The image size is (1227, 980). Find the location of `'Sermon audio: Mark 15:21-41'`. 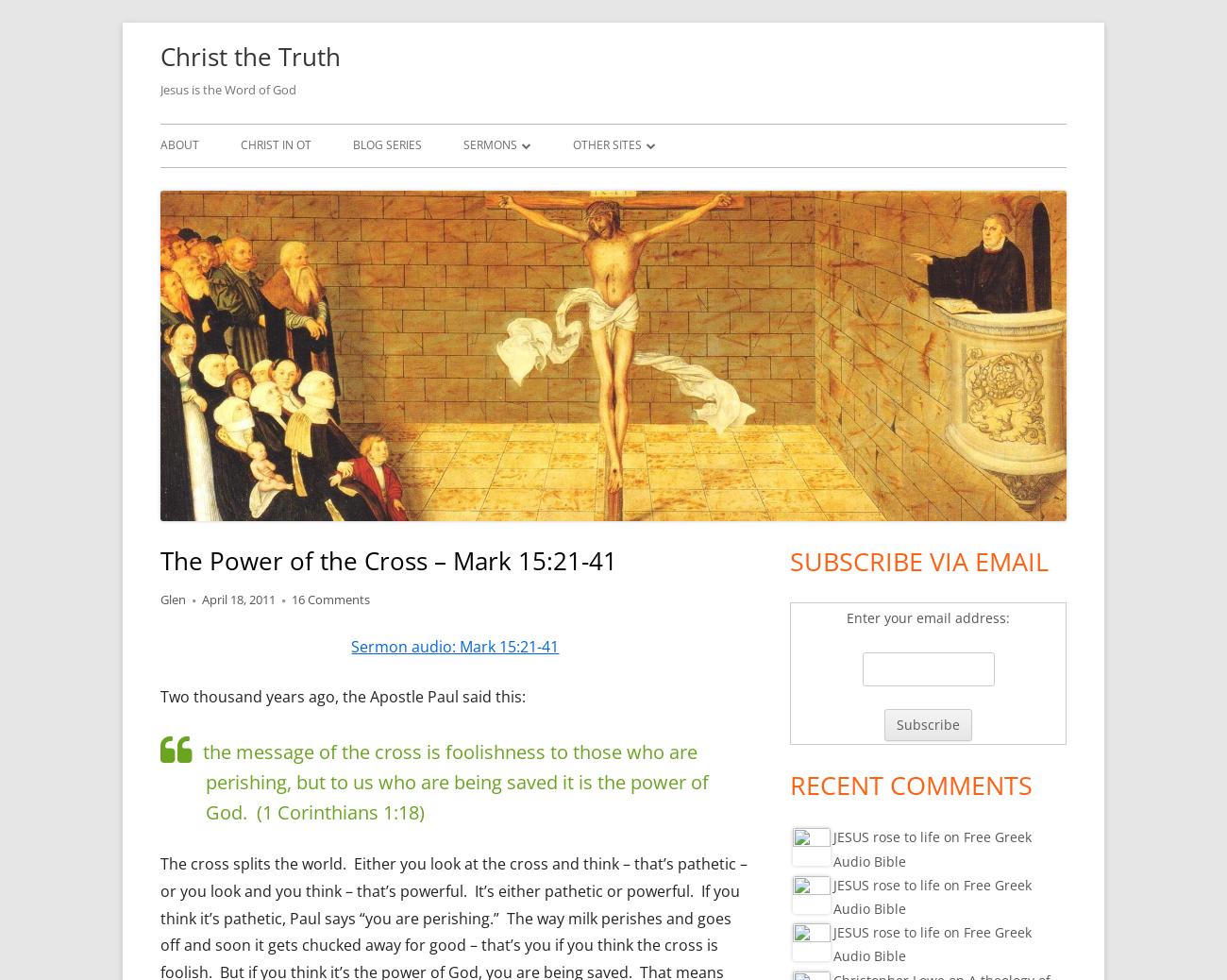

'Sermon audio: Mark 15:21-41' is located at coordinates (454, 645).